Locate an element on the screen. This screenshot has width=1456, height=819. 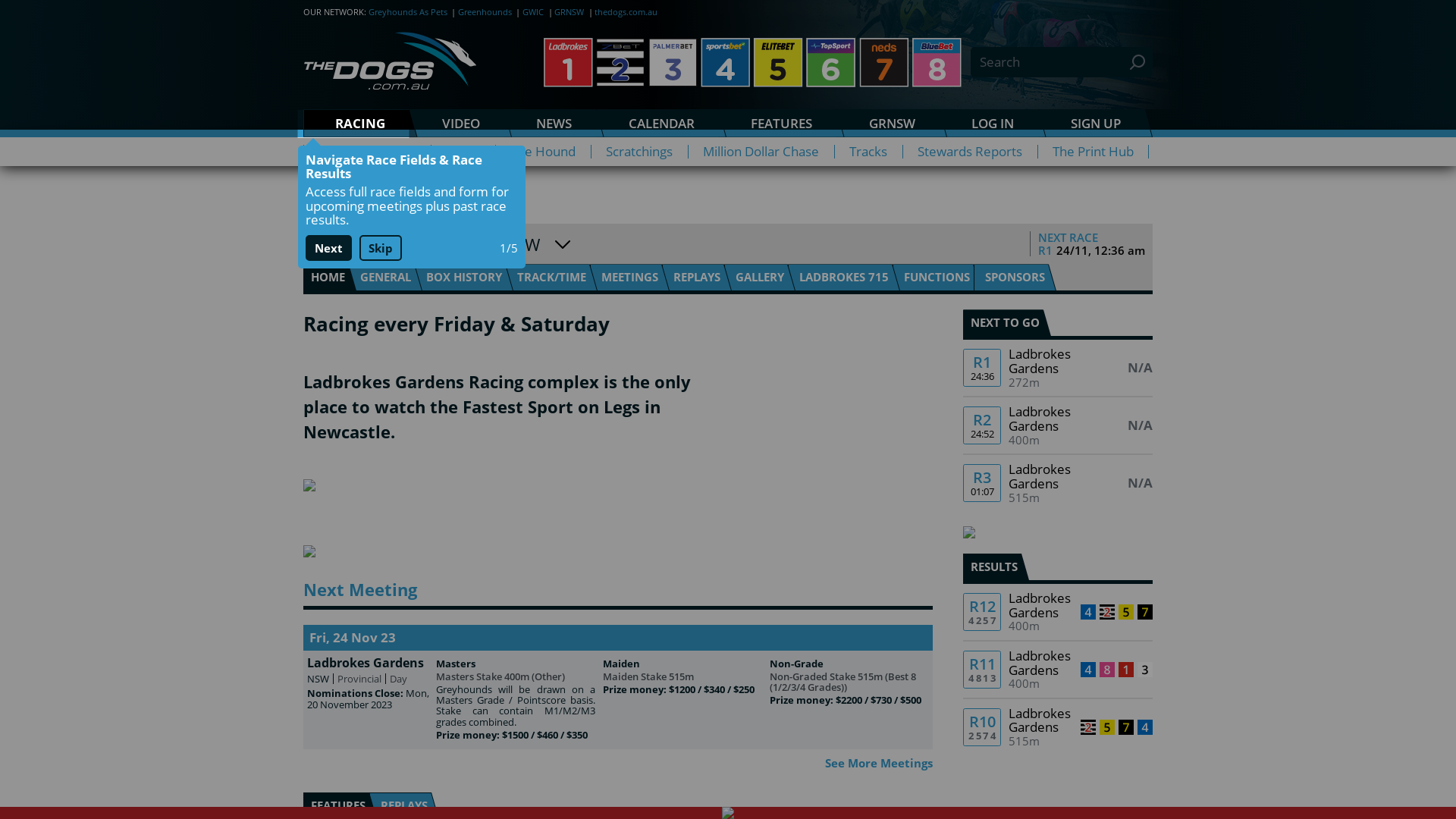
'Stewards Reports' is located at coordinates (968, 152).